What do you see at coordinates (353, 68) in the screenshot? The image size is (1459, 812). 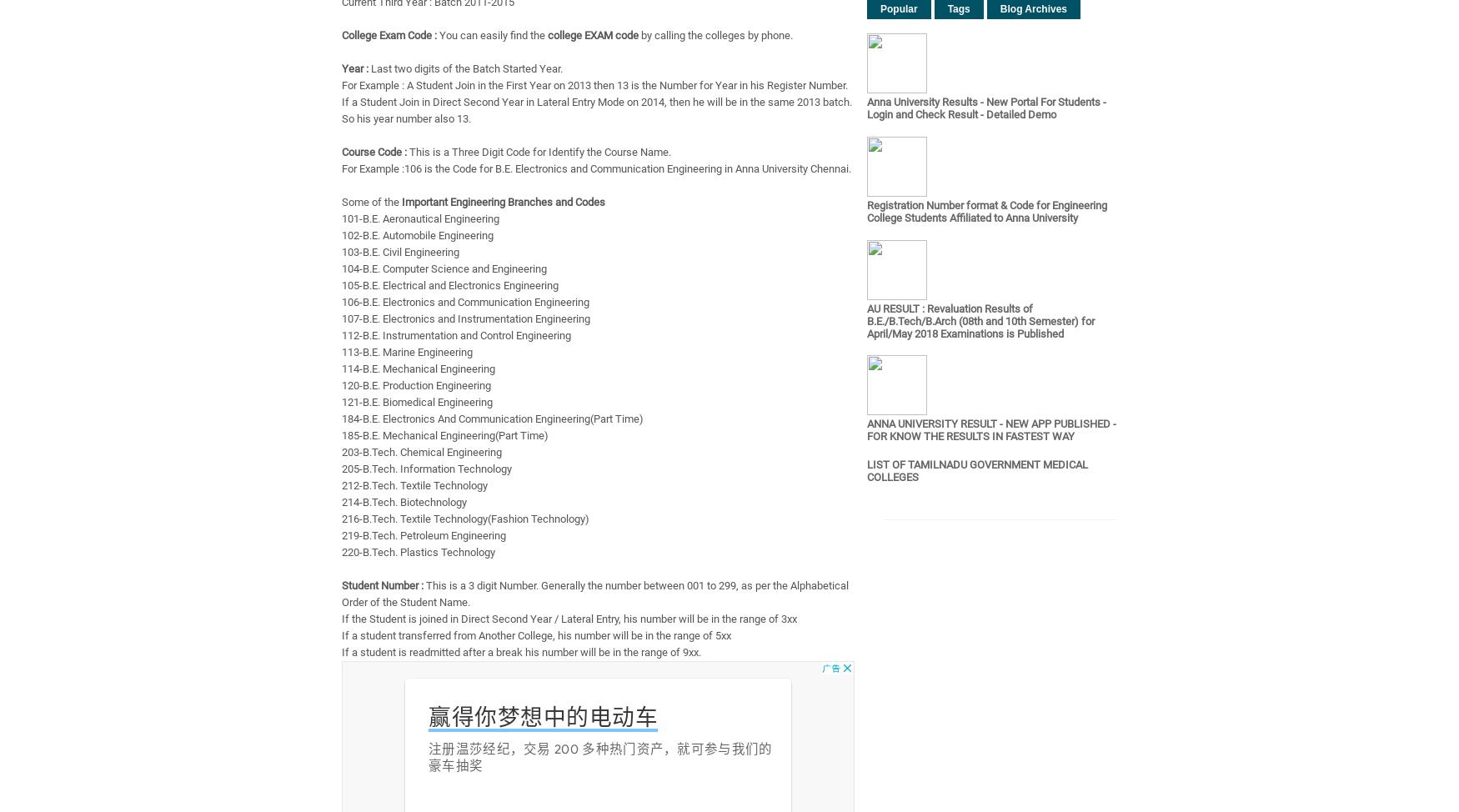 I see `'Year :'` at bounding box center [353, 68].